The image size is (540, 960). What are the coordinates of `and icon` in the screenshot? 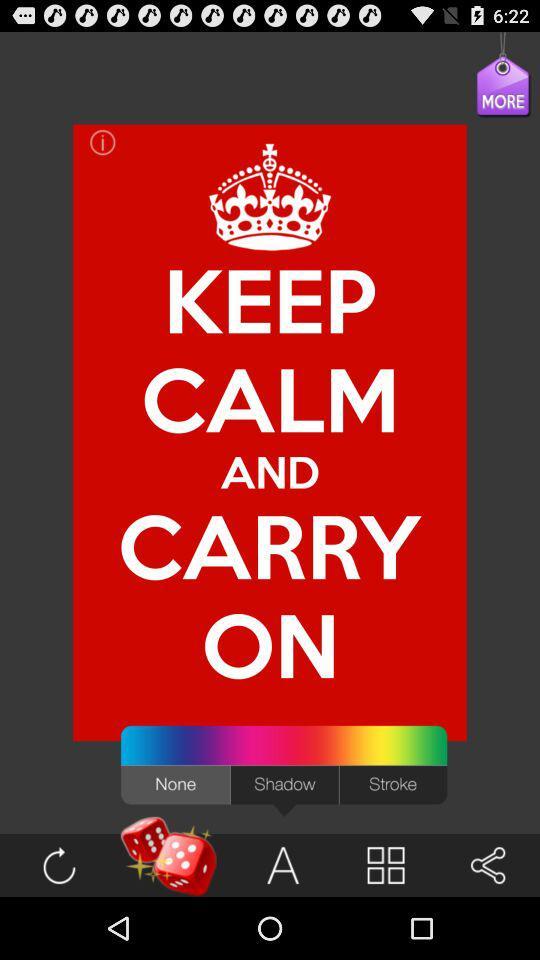 It's located at (270, 471).